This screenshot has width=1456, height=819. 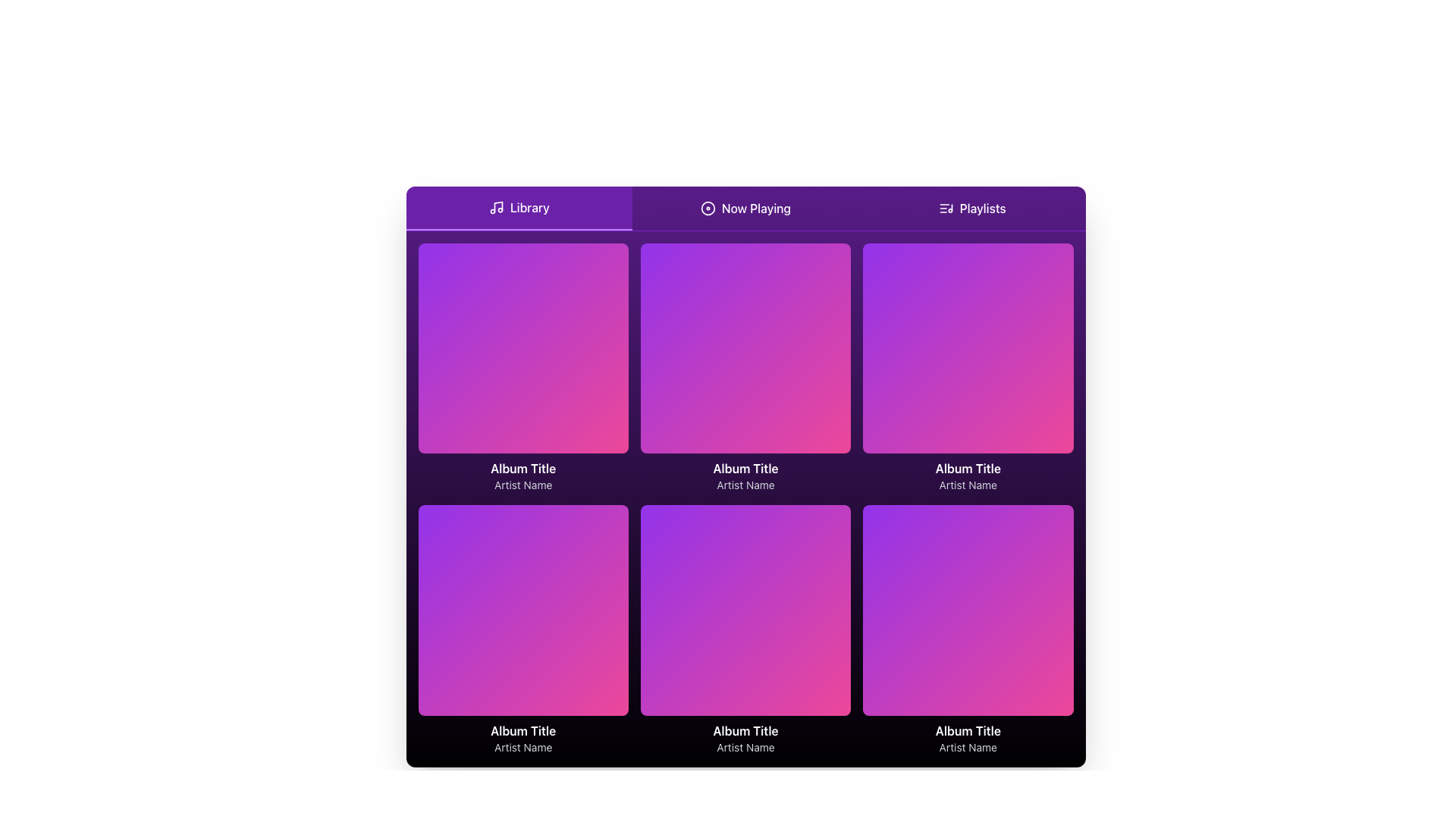 What do you see at coordinates (745, 485) in the screenshot?
I see `the text element displaying 'Artist Name' which is styled with a smaller font and light gray color, located directly below the 'Album Title' in the central card of a grid layout` at bounding box center [745, 485].